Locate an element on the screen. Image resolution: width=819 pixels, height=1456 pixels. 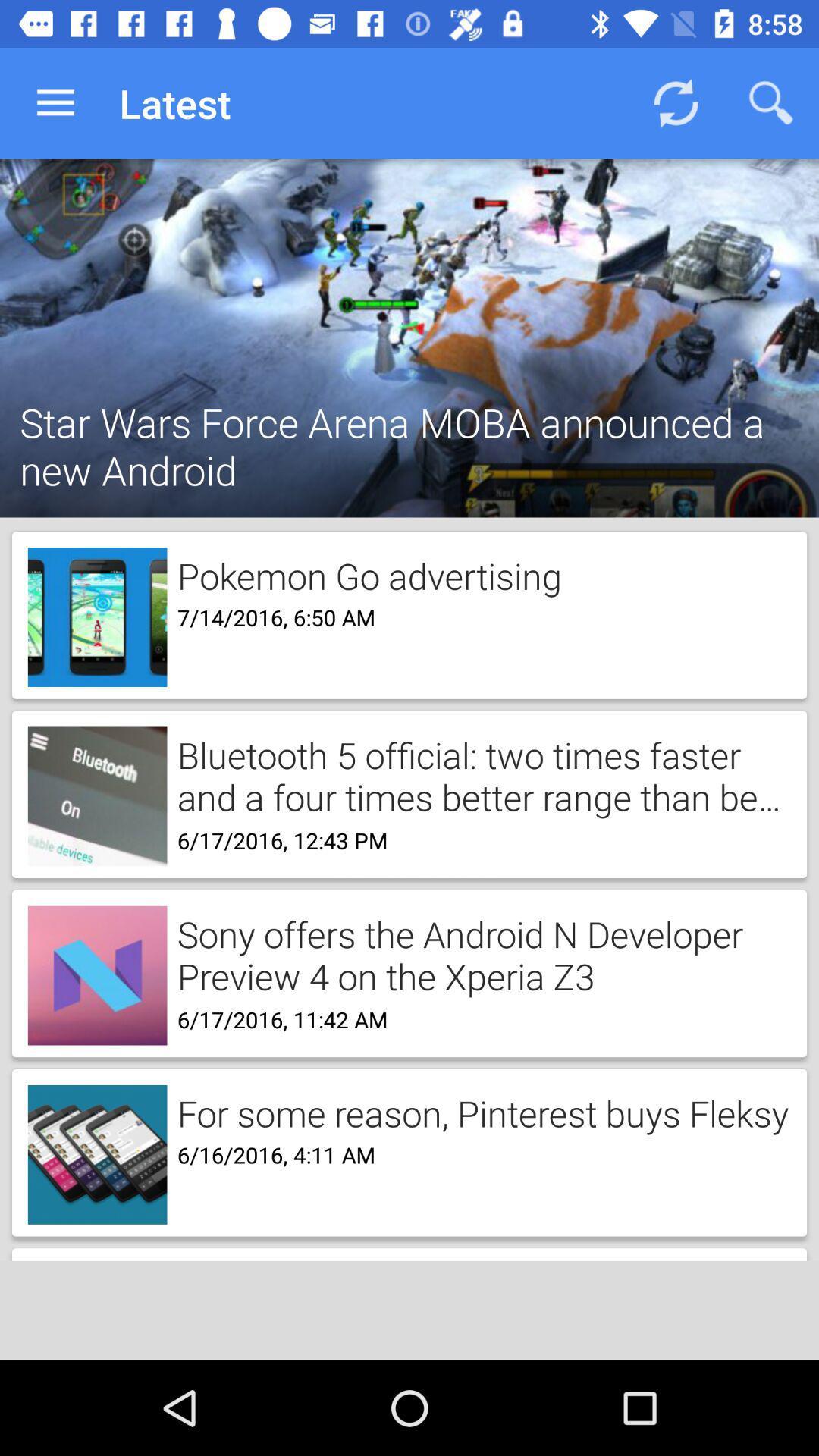
for some reason is located at coordinates (478, 1111).